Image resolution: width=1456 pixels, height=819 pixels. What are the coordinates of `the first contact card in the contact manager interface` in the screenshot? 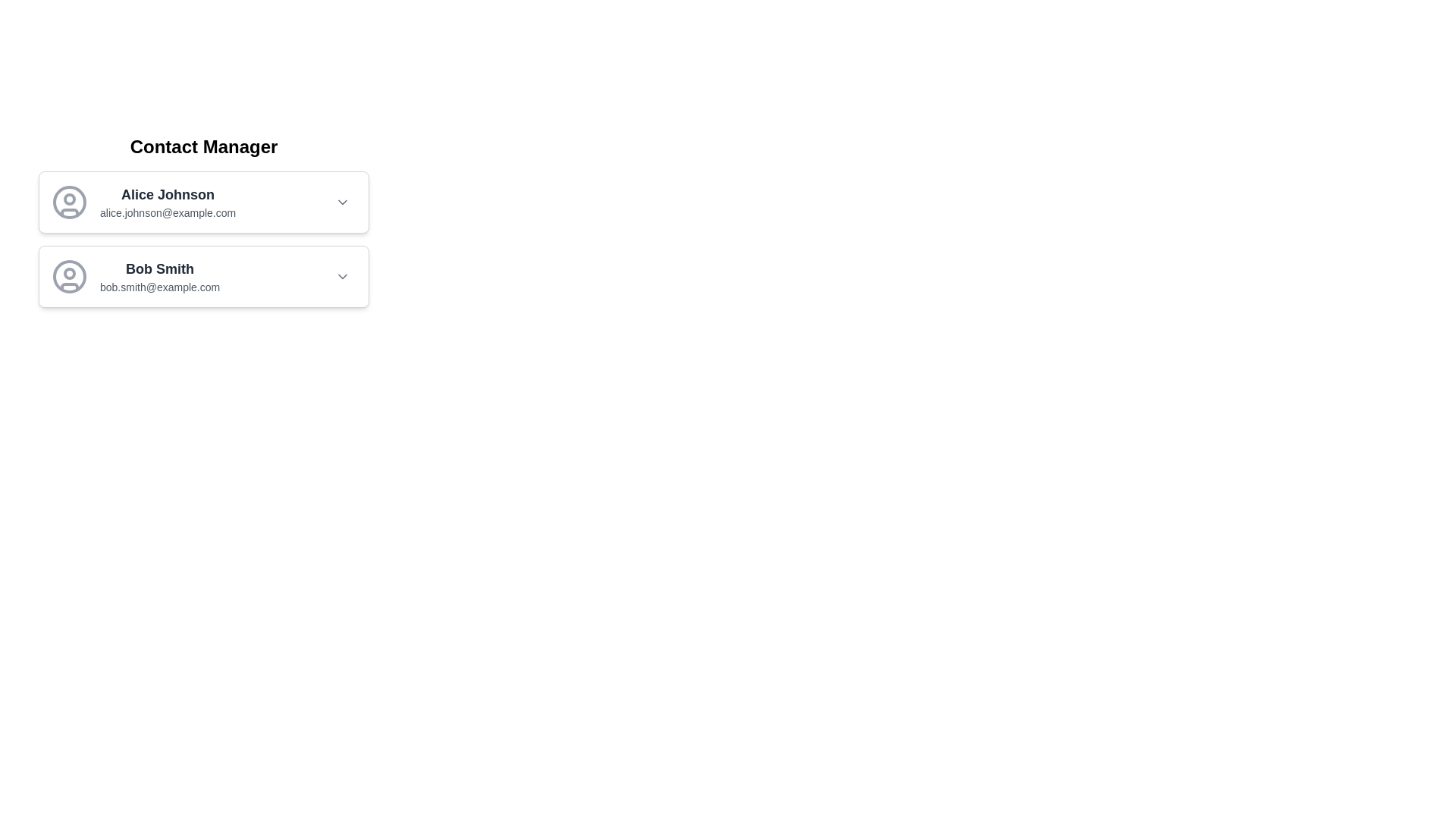 It's located at (202, 201).